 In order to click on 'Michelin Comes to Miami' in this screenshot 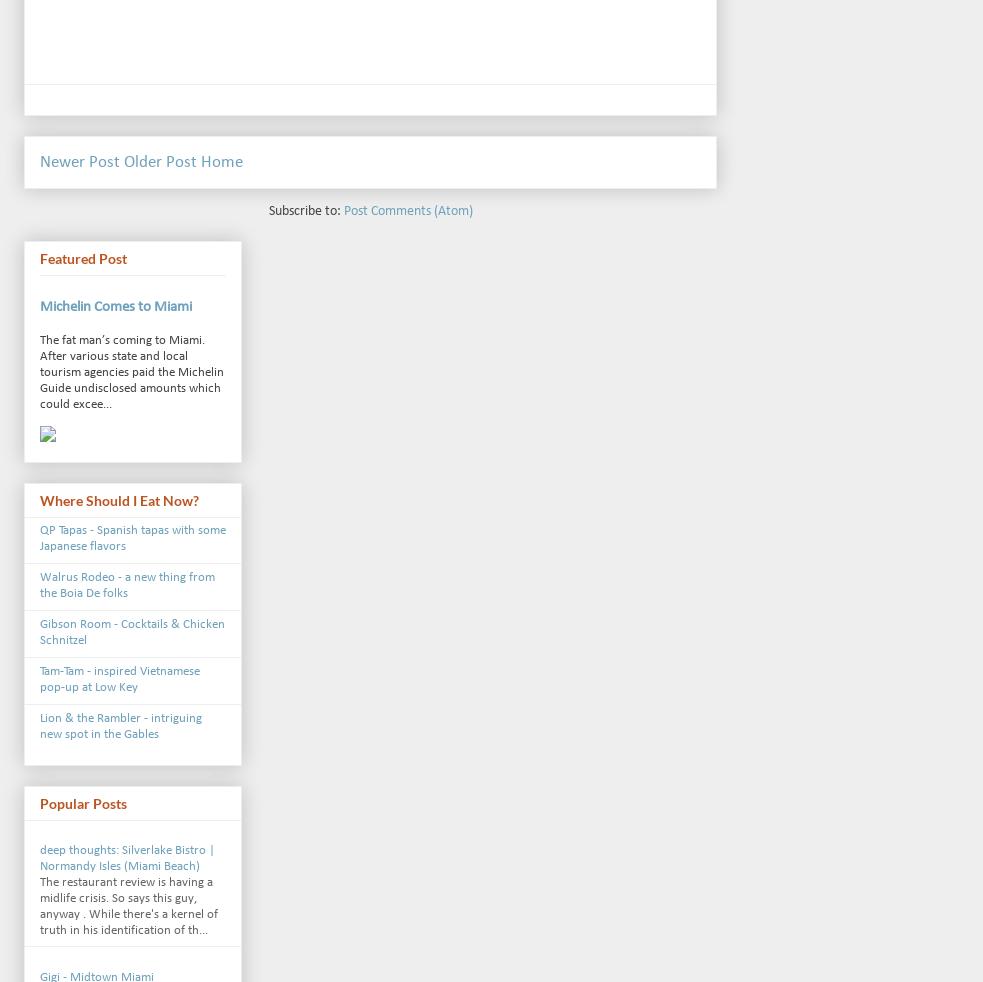, I will do `click(114, 307)`.